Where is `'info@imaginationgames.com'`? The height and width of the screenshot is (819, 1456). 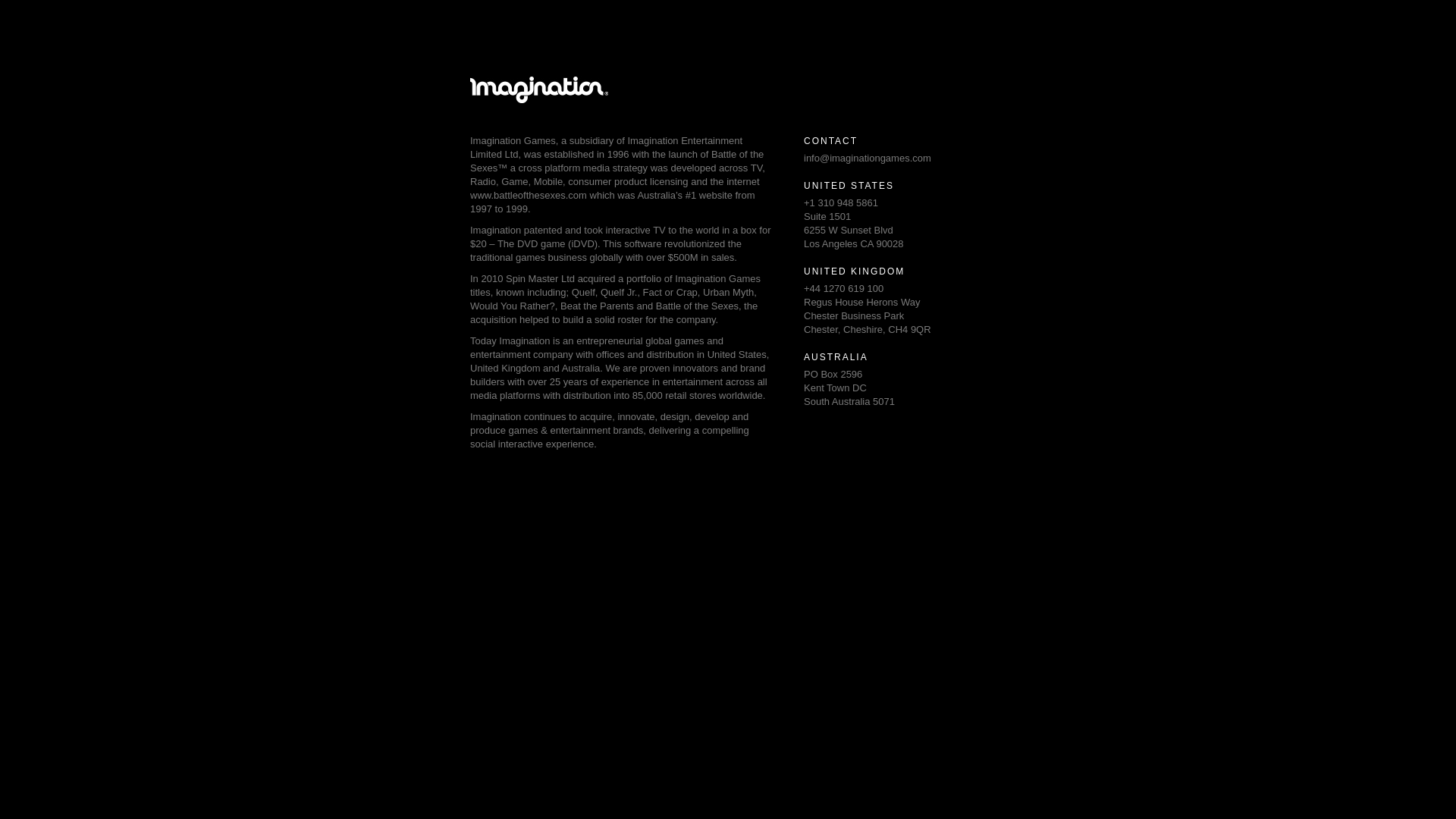 'info@imaginationgames.com' is located at coordinates (867, 158).